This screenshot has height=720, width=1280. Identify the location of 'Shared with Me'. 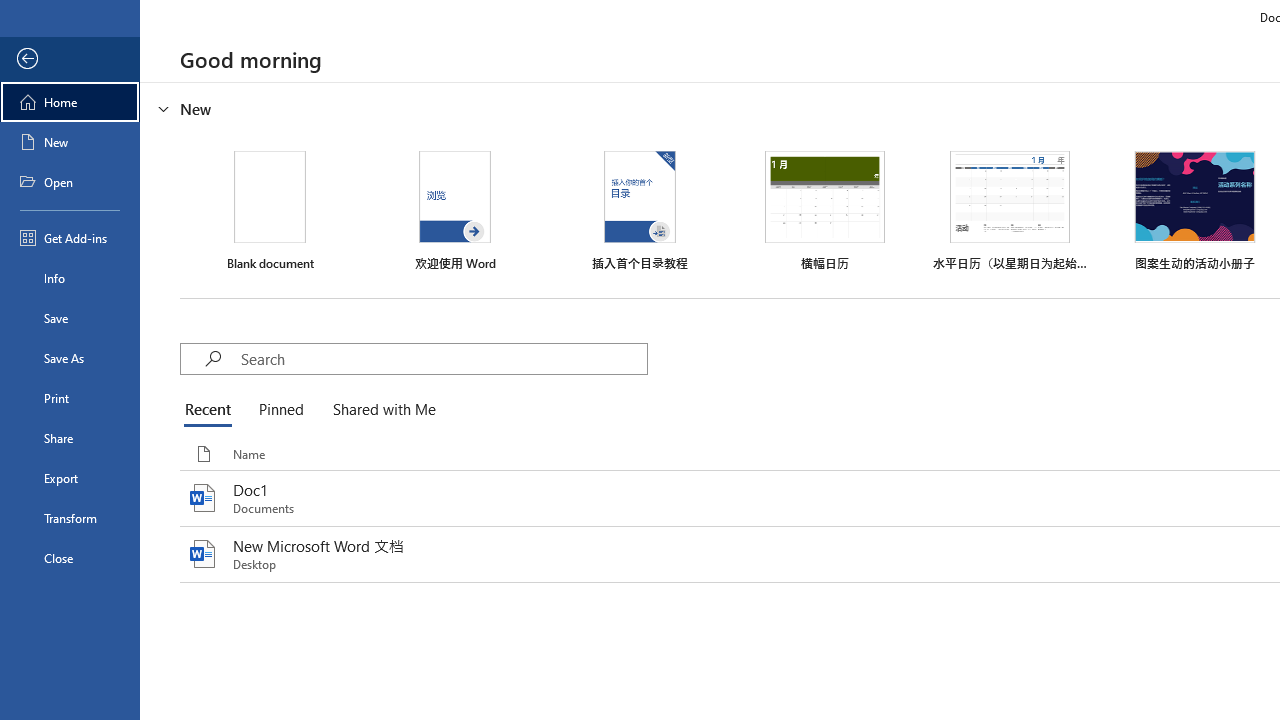
(380, 410).